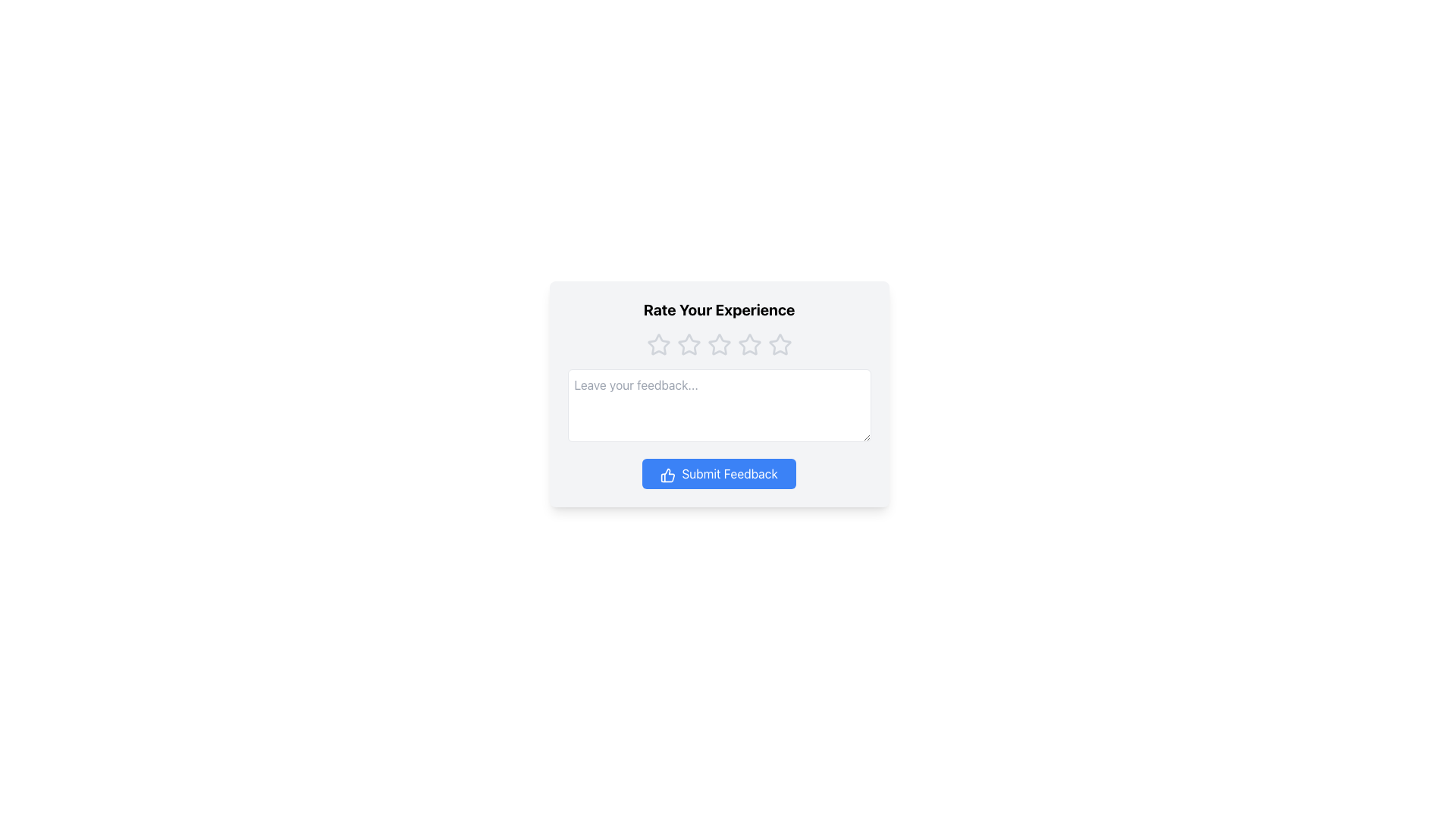  What do you see at coordinates (780, 345) in the screenshot?
I see `the fifth rating star in the row of five stars to set the maximum rating in the feedback form below the 'Rate Your Experience' heading` at bounding box center [780, 345].